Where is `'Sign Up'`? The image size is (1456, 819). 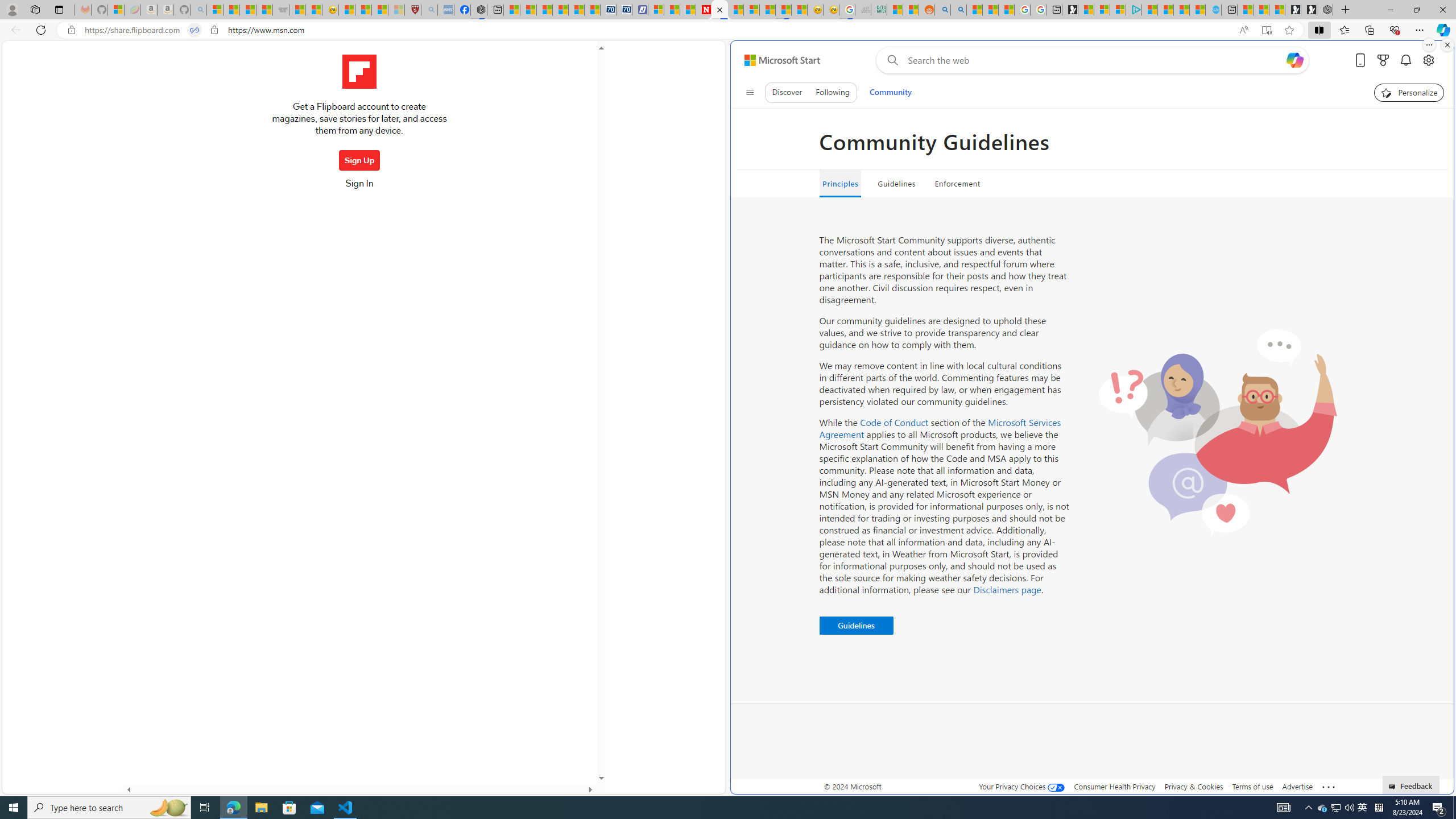 'Sign Up' is located at coordinates (359, 159).